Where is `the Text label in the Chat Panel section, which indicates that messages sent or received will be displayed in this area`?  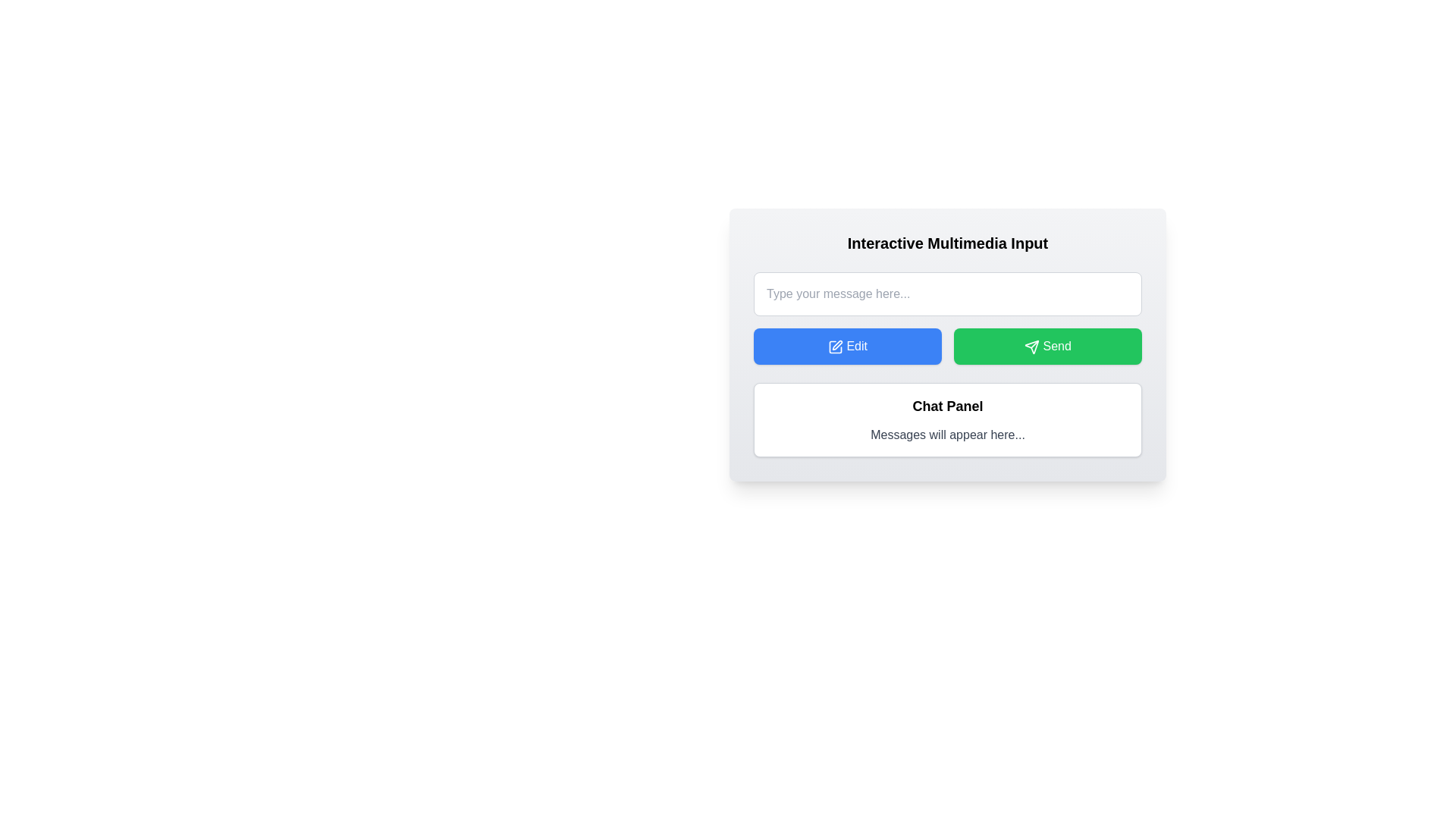
the Text label in the Chat Panel section, which indicates that messages sent or received will be displayed in this area is located at coordinates (946, 435).